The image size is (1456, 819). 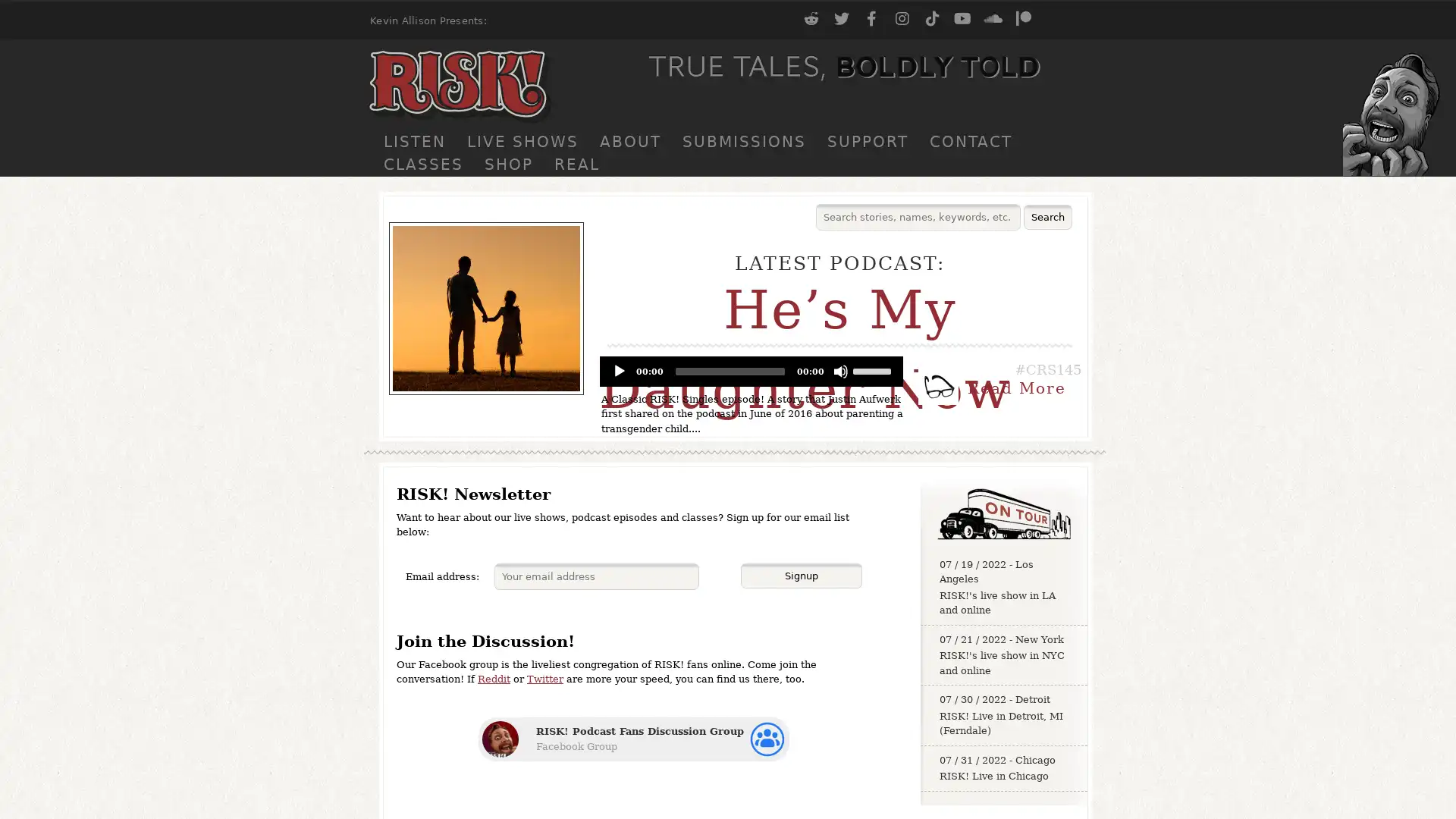 I want to click on Search, so click(x=1047, y=217).